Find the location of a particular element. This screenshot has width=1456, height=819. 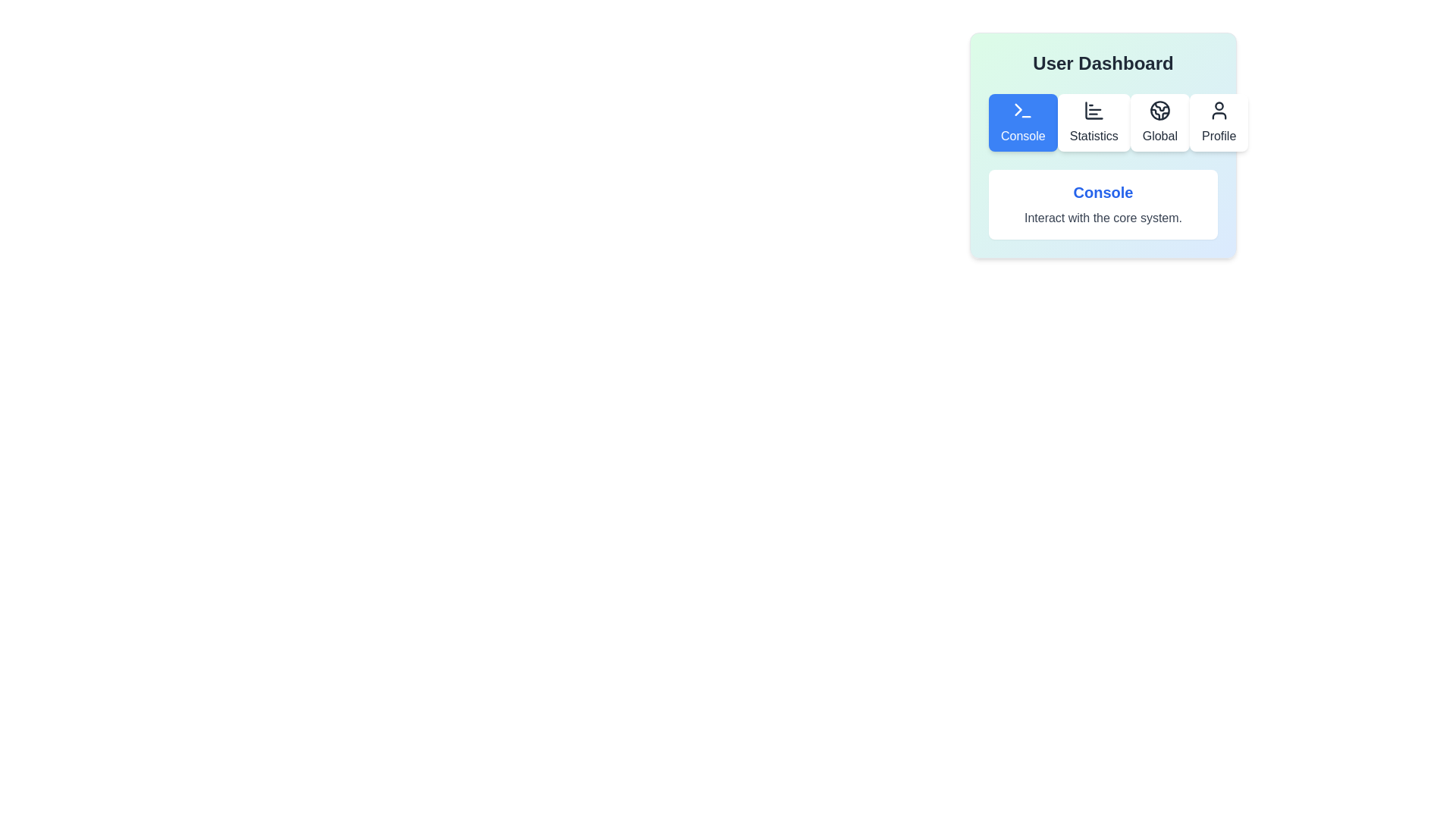

the tab corresponding to Console is located at coordinates (1023, 122).